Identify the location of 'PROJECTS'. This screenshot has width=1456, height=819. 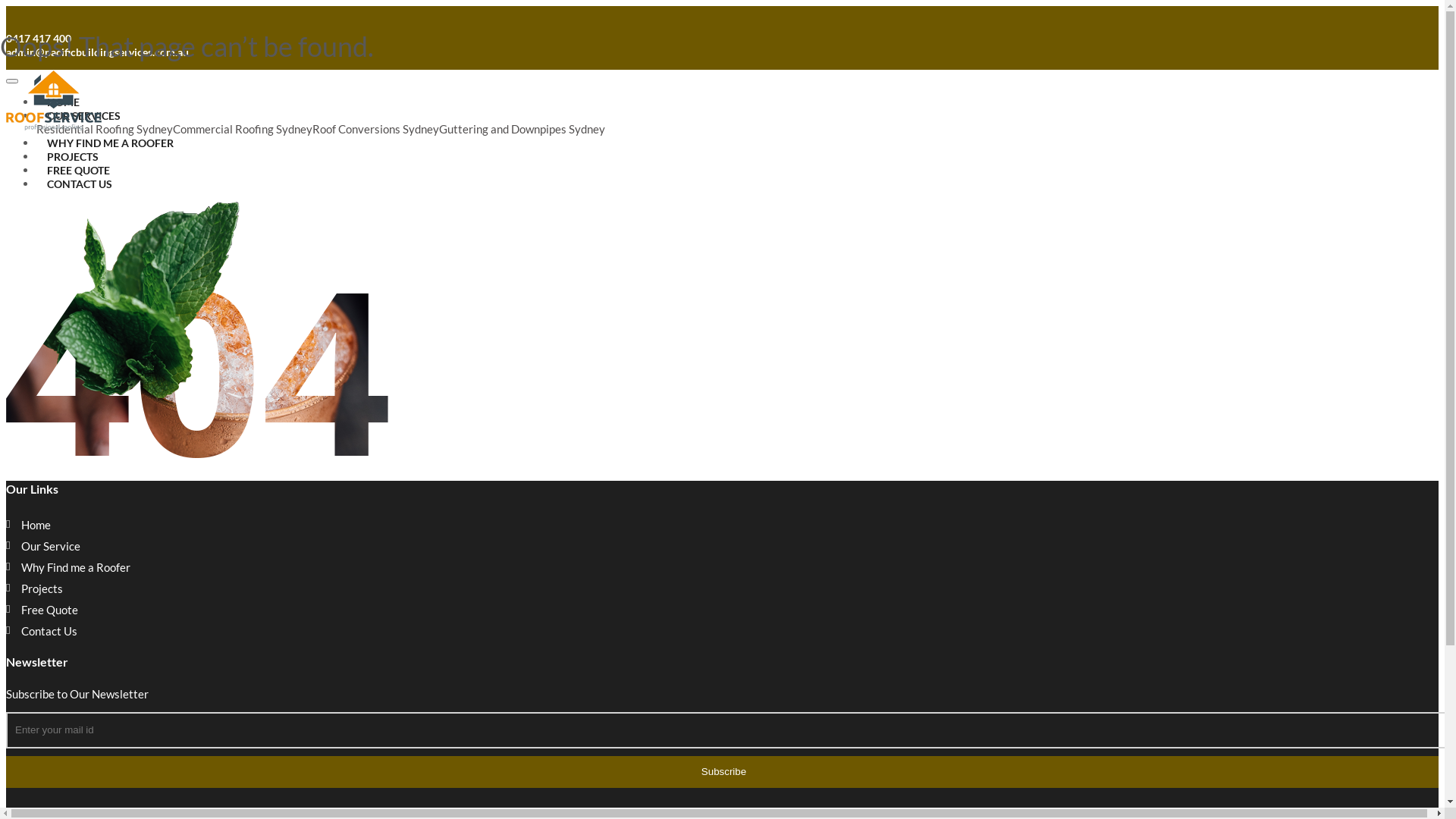
(72, 156).